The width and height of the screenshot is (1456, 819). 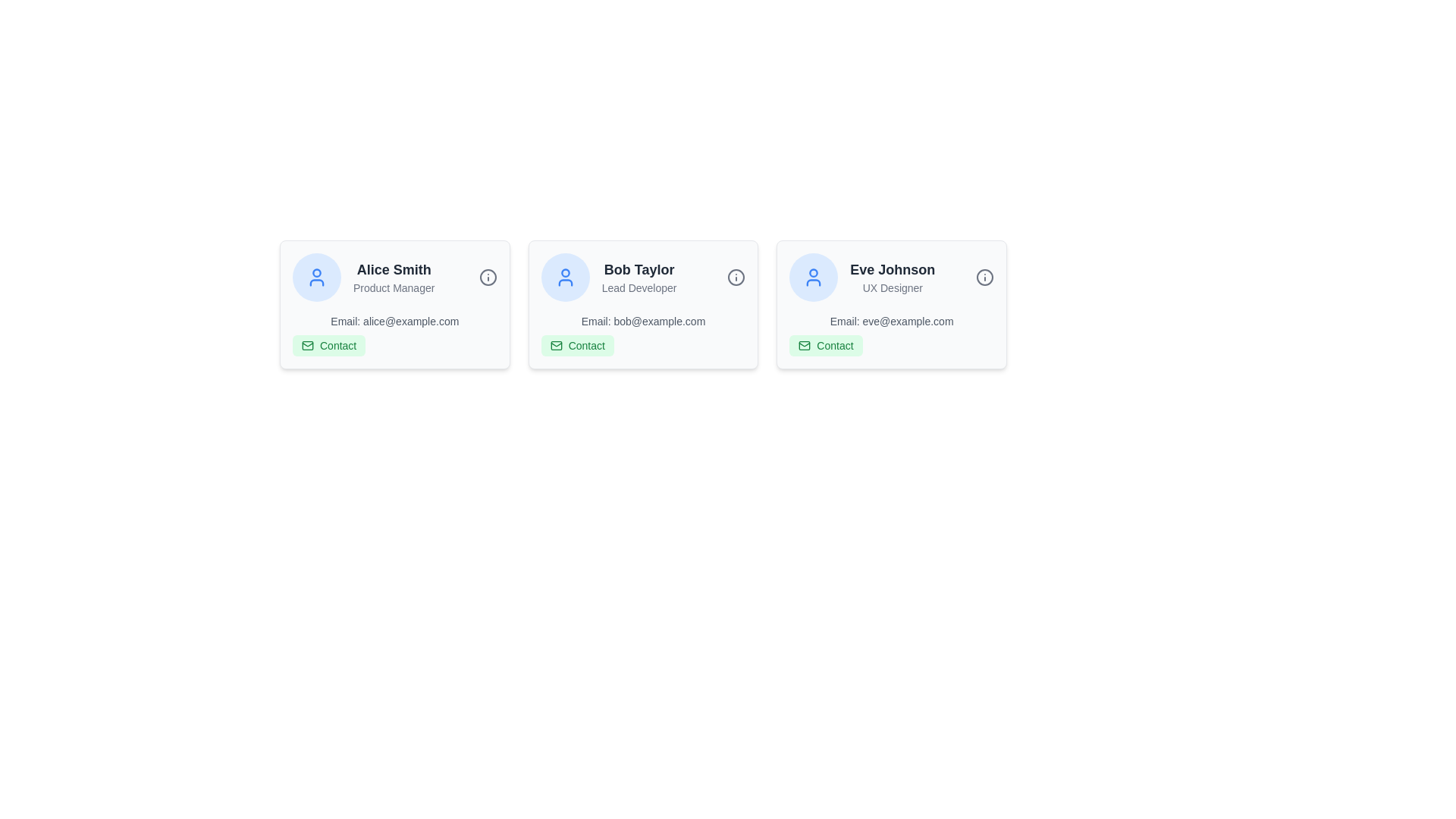 I want to click on the static text label displaying the name 'Alice Smith' which is prominently positioned at the top of a card layout, so click(x=394, y=268).